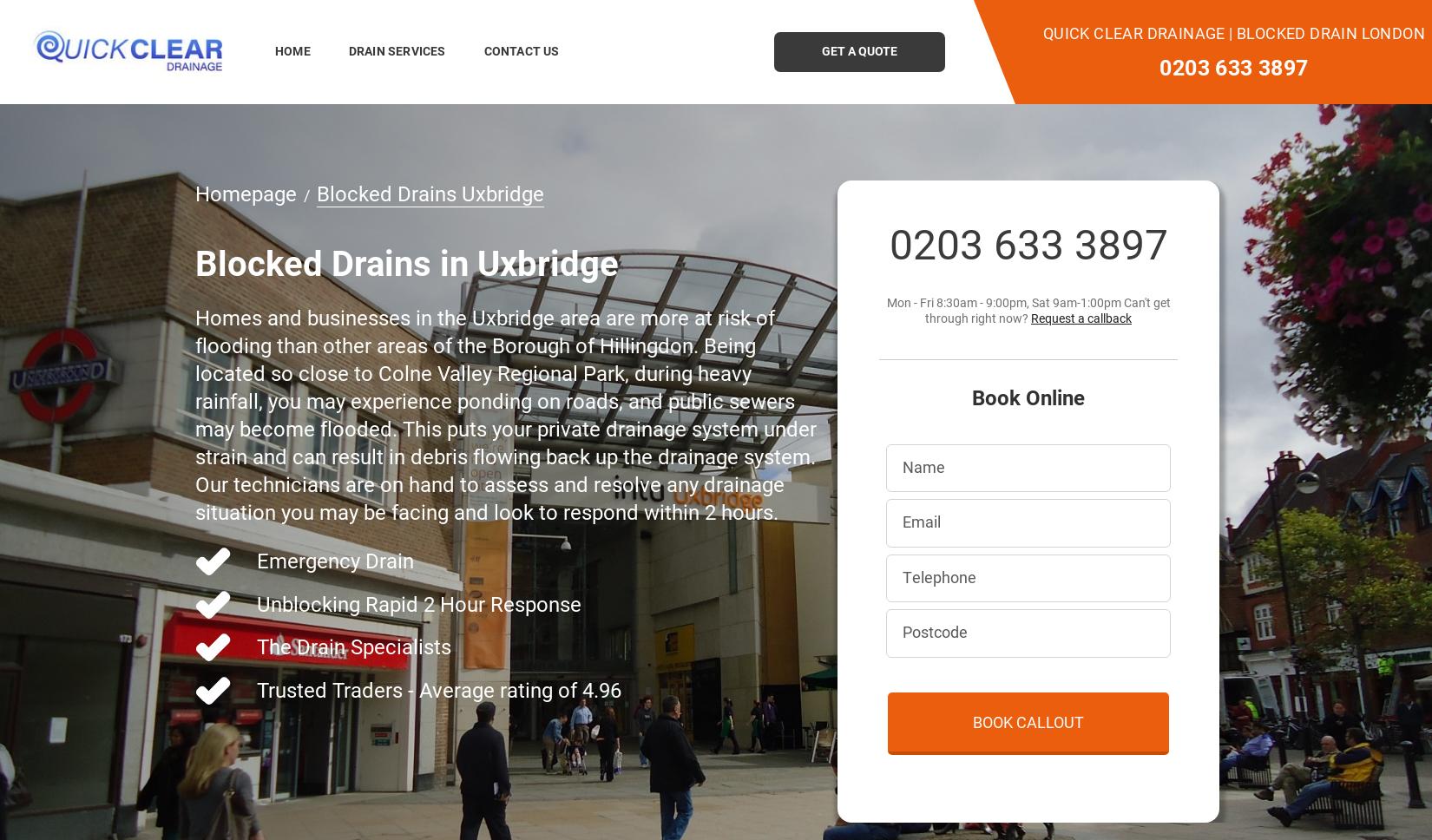  I want to click on 'Blocked Drains in Uxbridge', so click(405, 261).